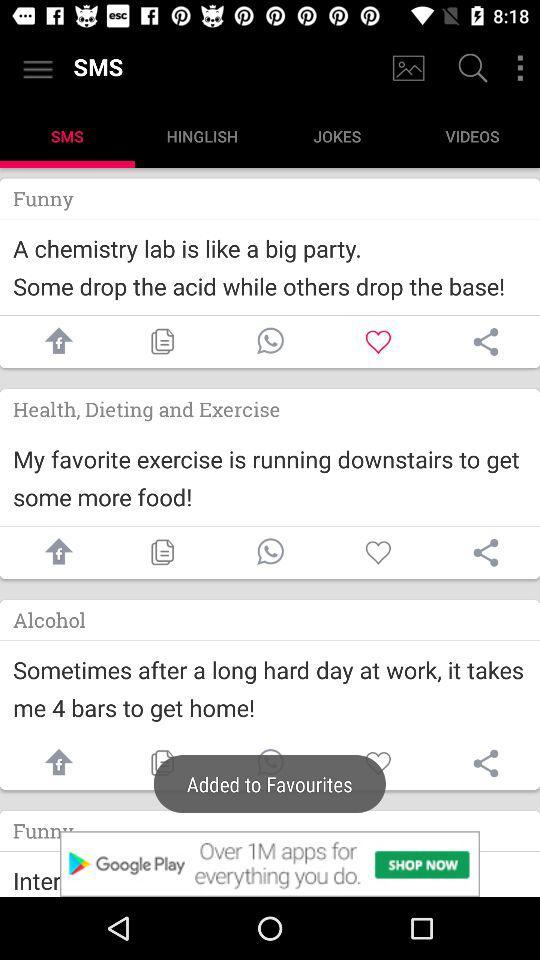  Describe the element at coordinates (270, 863) in the screenshot. I see `advertisement in new app` at that location.